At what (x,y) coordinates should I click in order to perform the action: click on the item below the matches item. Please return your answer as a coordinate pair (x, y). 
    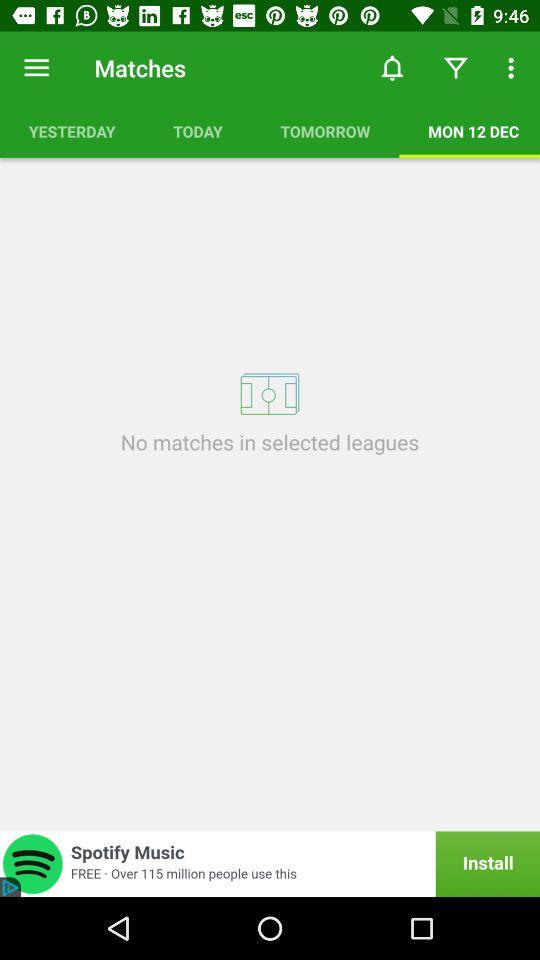
    Looking at the image, I should click on (198, 130).